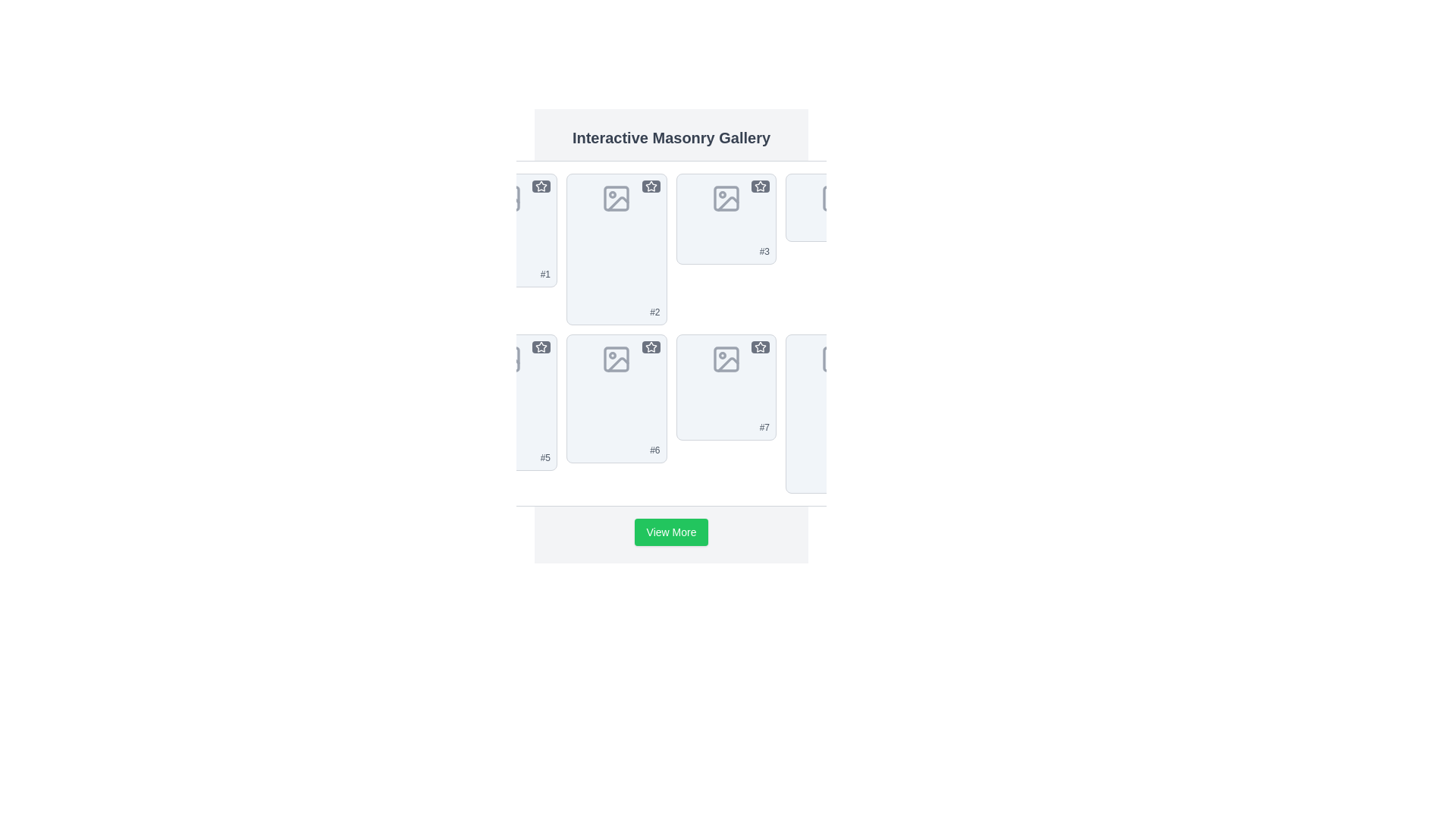  I want to click on the star-shaped icon button located in the first grid item of the 'Interactive Masonry Gallery', positioned in the upper-left corner near the top-right of its grid item, so click(541, 185).